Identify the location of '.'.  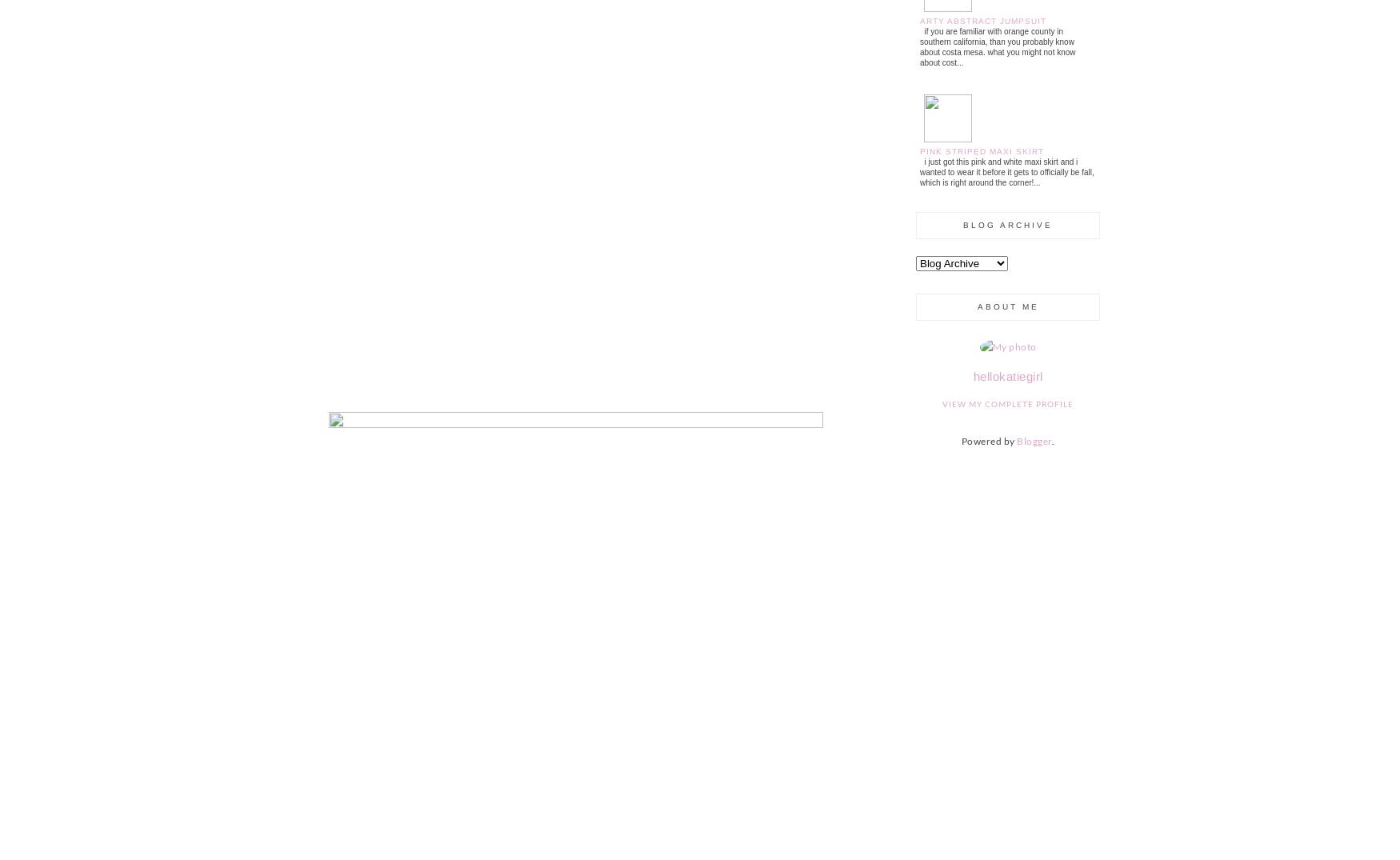
(1053, 441).